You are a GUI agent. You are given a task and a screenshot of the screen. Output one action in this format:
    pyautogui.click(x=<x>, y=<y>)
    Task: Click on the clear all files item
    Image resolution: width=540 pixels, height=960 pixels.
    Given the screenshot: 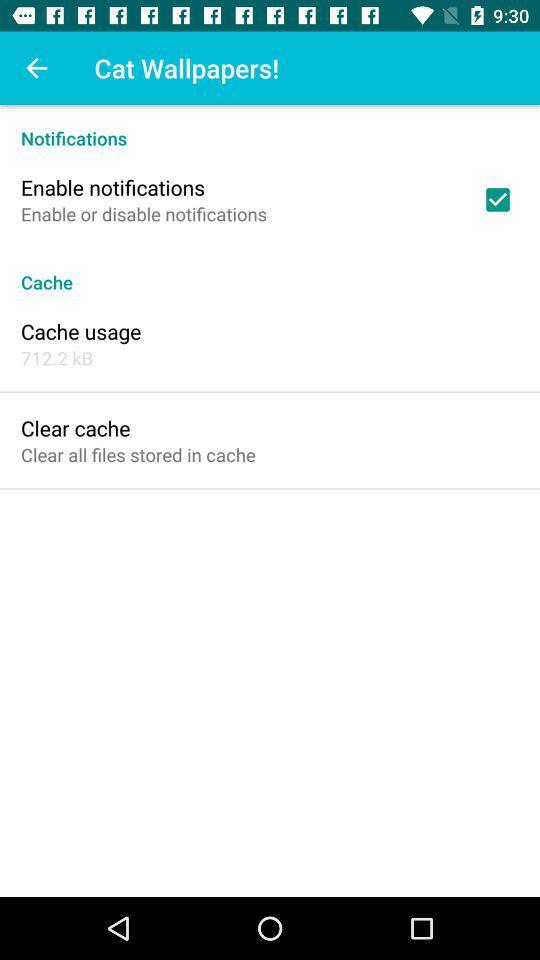 What is the action you would take?
    pyautogui.click(x=137, y=454)
    